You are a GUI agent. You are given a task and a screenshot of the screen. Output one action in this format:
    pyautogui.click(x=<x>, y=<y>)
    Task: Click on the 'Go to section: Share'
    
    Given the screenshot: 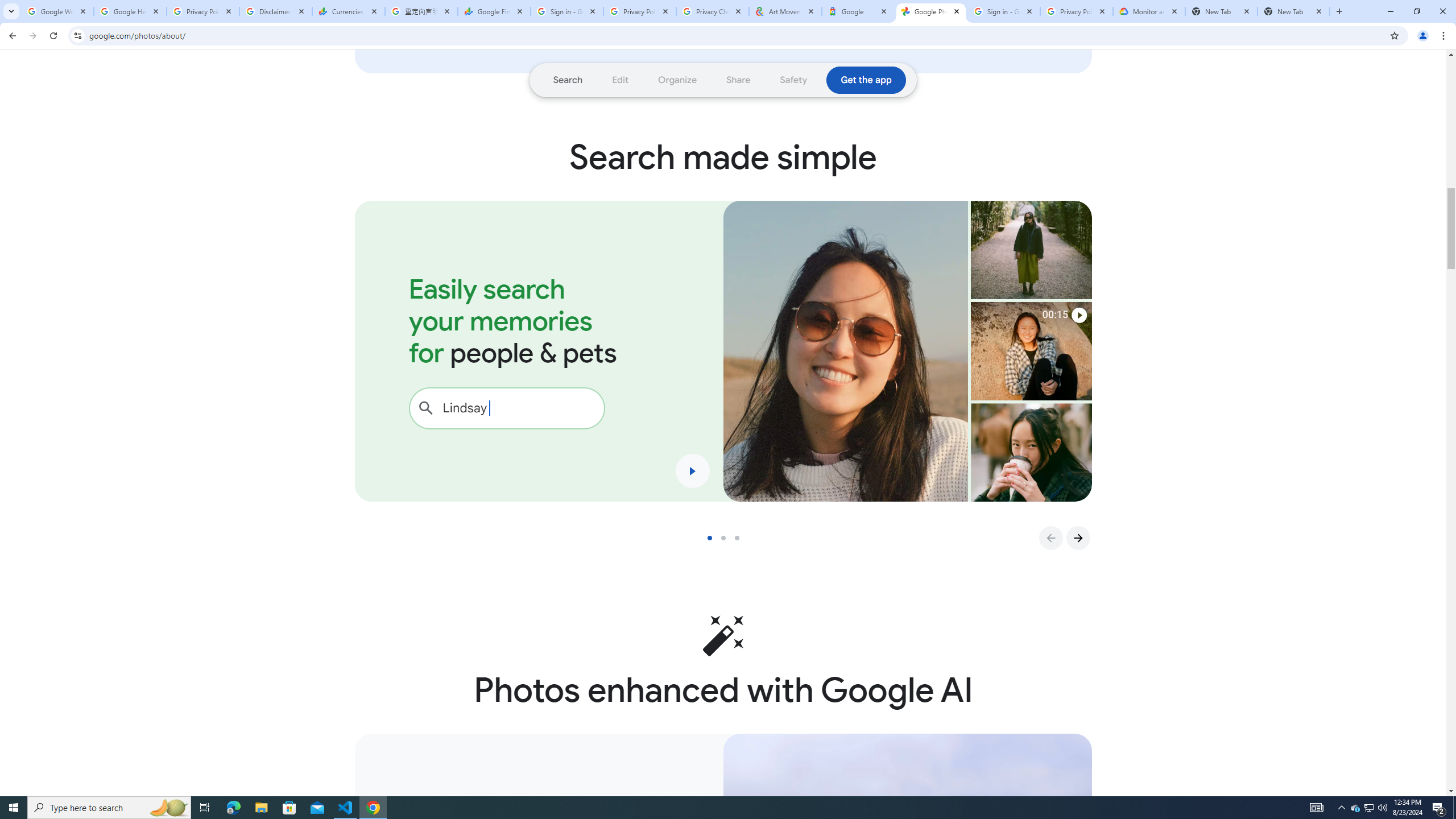 What is the action you would take?
    pyautogui.click(x=737, y=80)
    